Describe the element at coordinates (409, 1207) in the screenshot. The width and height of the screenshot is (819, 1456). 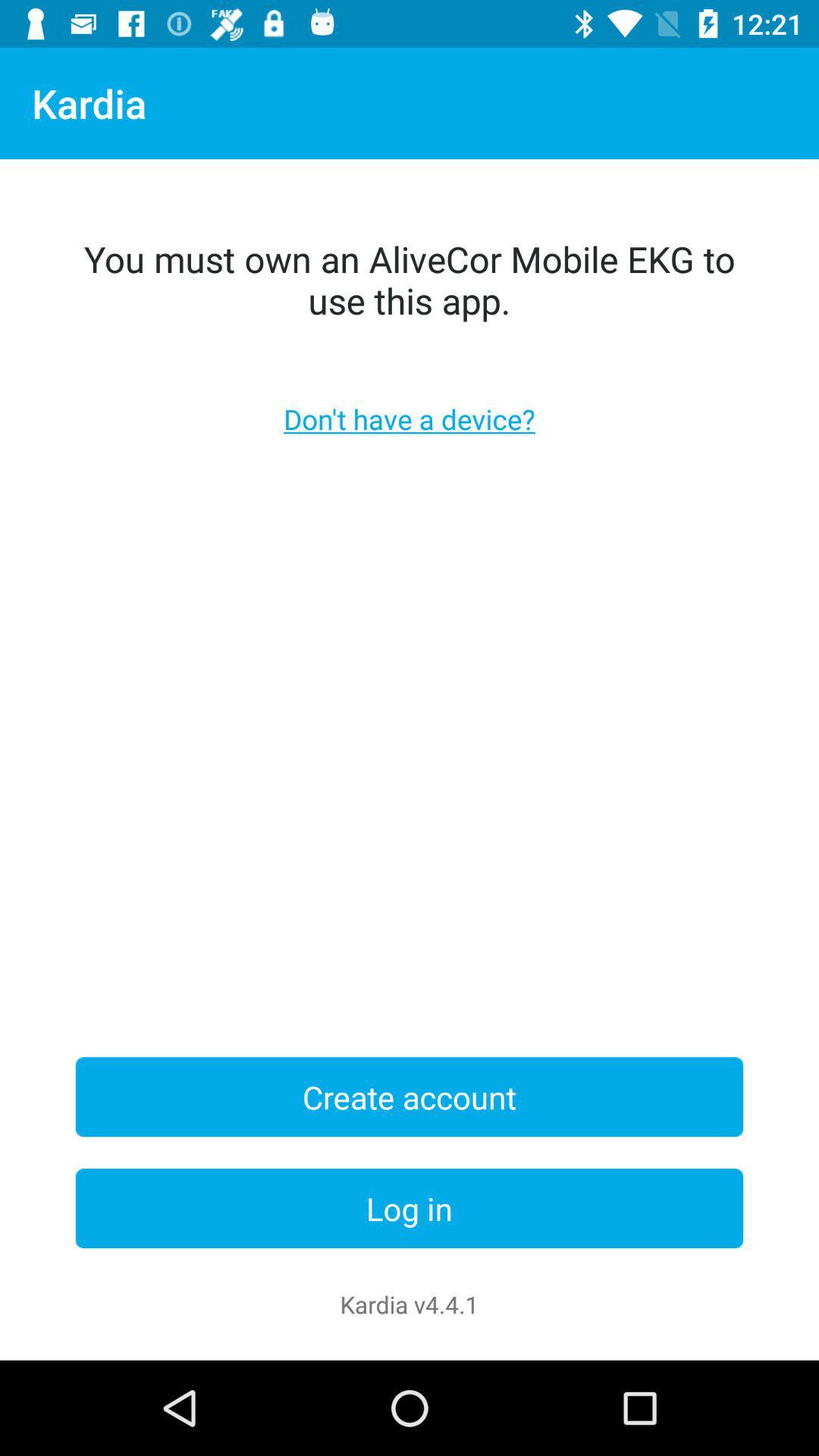
I see `the item above the kardia v4 4 icon` at that location.